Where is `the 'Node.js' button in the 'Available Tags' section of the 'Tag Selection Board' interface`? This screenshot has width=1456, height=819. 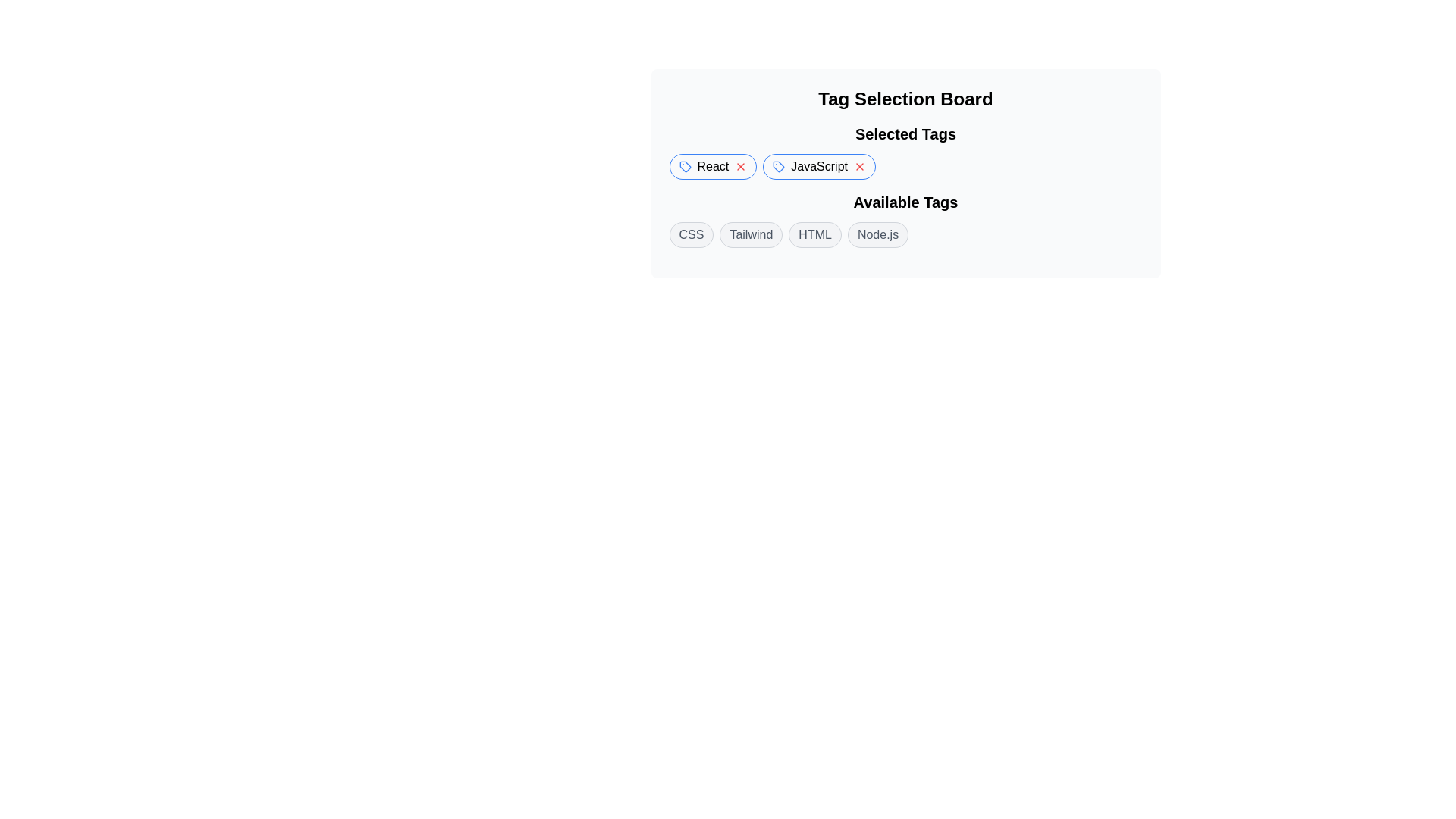 the 'Node.js' button in the 'Available Tags' section of the 'Tag Selection Board' interface is located at coordinates (877, 234).